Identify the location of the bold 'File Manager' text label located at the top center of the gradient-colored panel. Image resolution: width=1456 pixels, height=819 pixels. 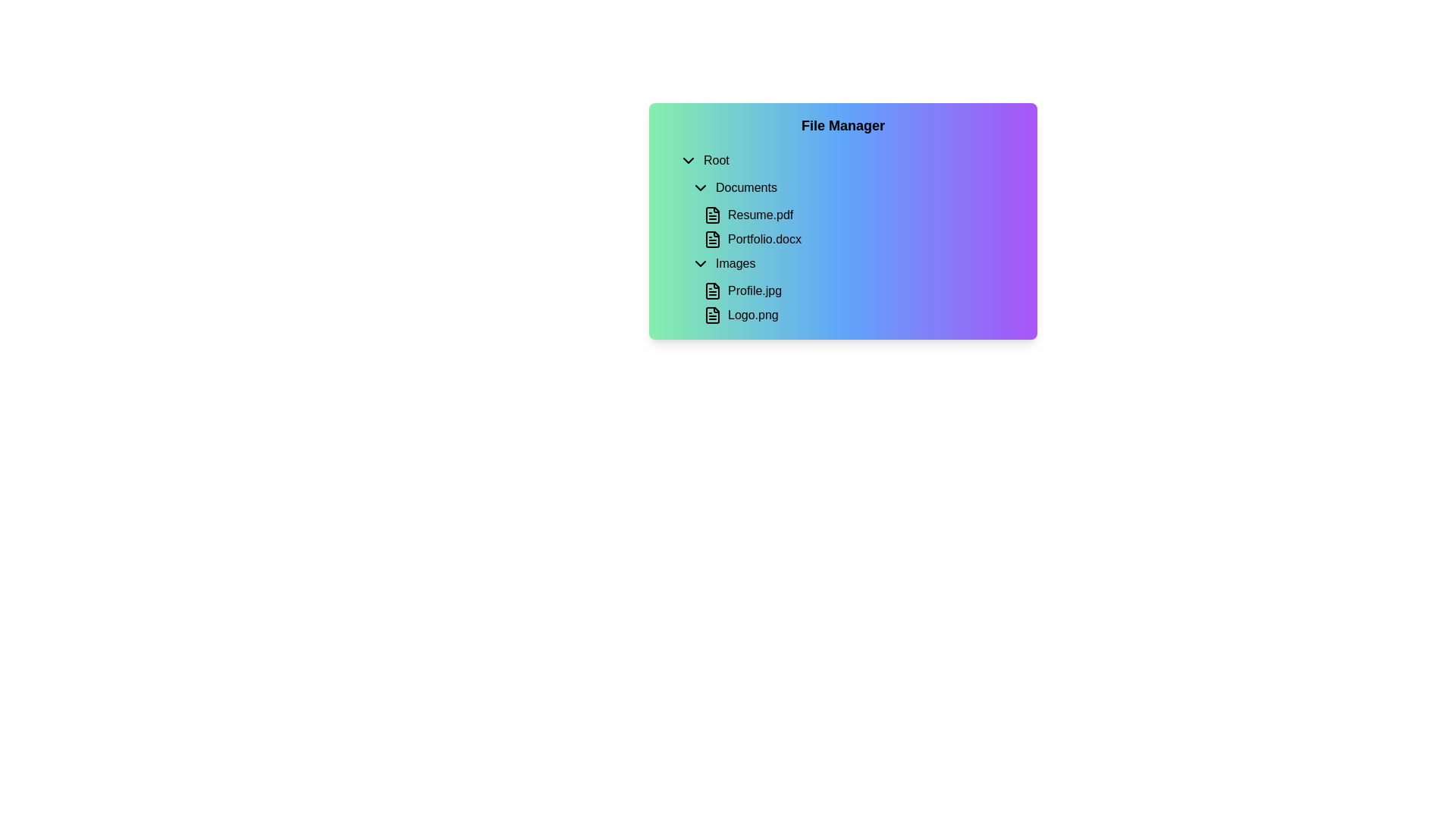
(843, 124).